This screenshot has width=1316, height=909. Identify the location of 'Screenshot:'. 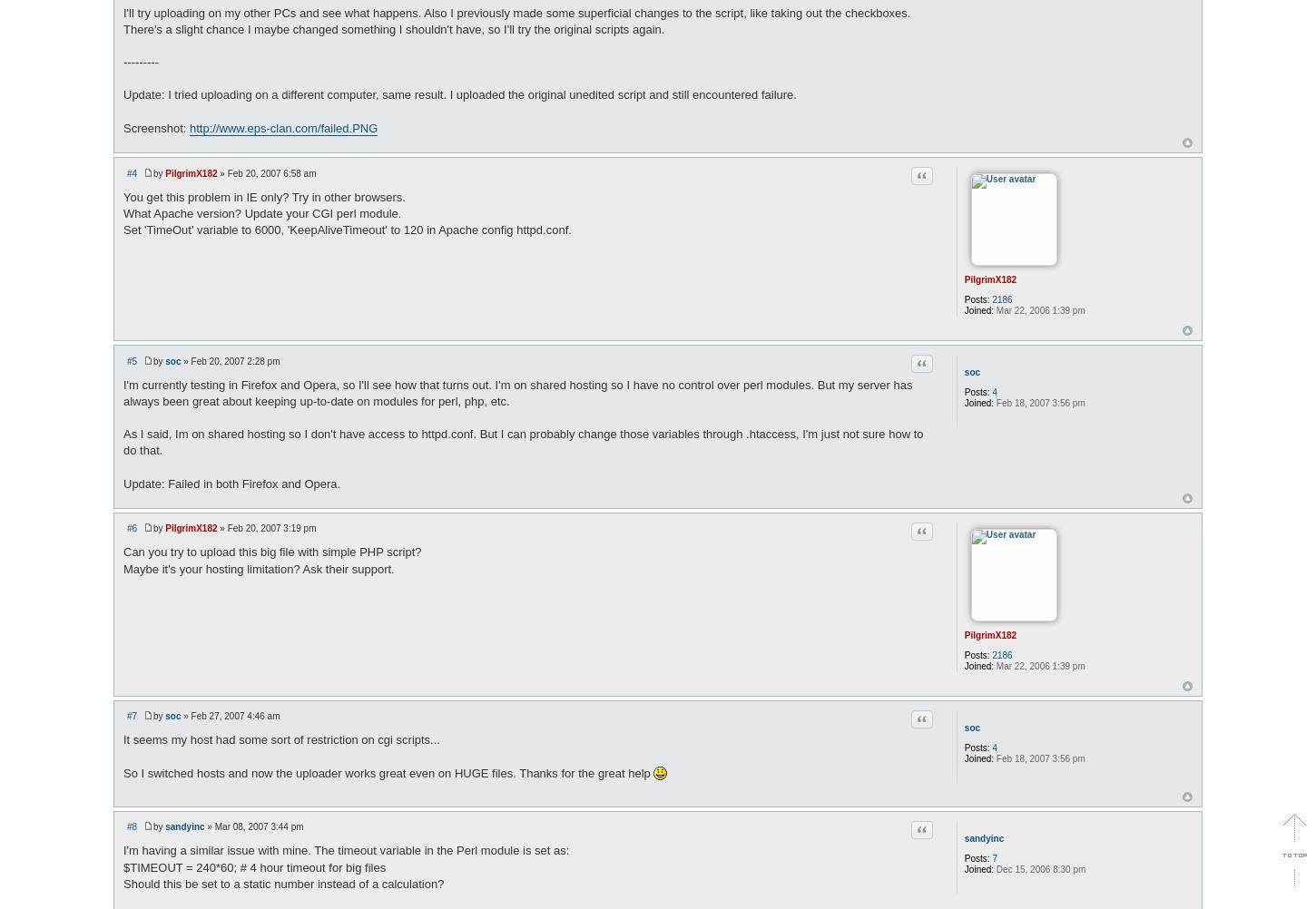
(155, 126).